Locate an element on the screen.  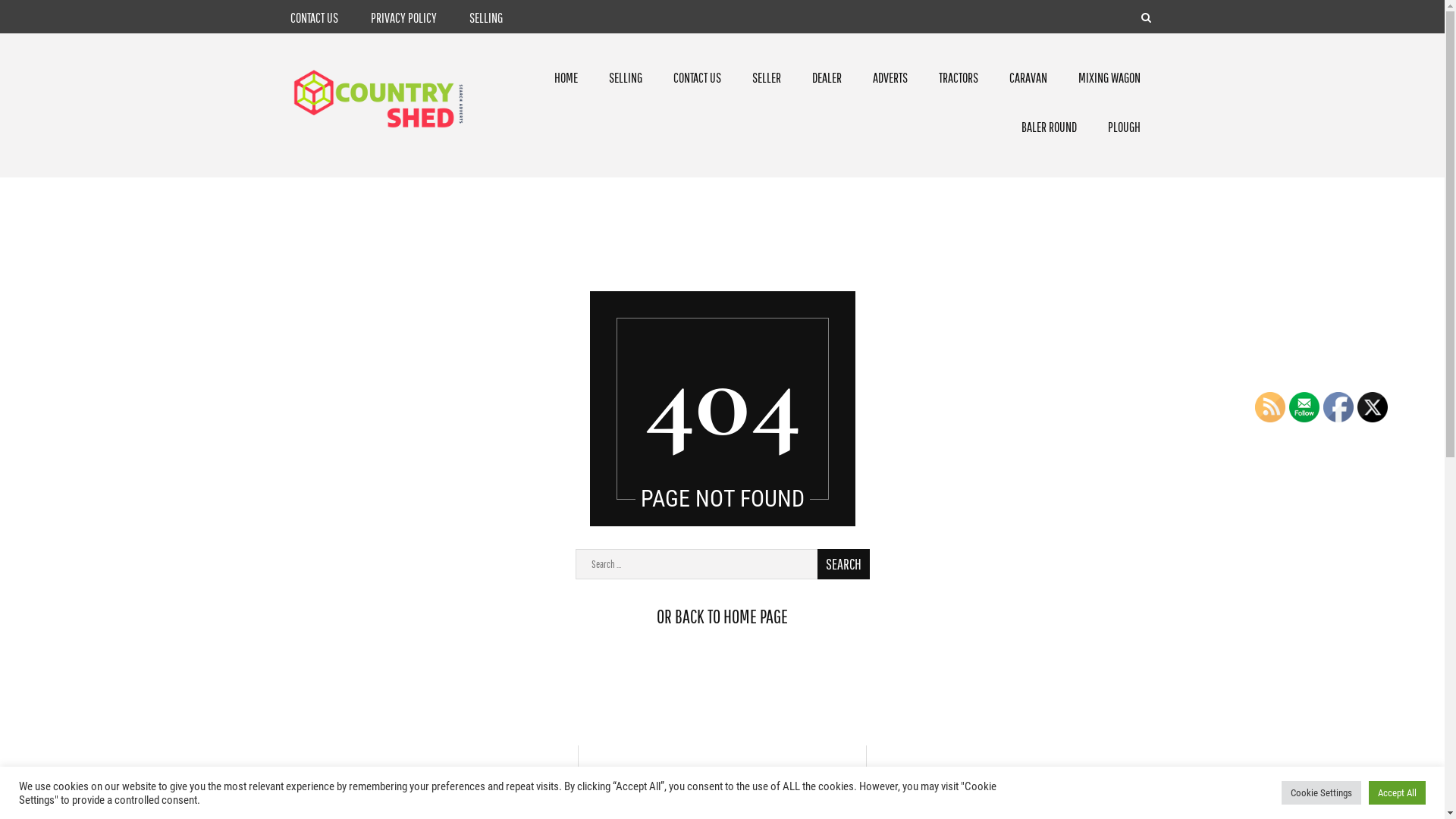
'RSS' is located at coordinates (1270, 406).